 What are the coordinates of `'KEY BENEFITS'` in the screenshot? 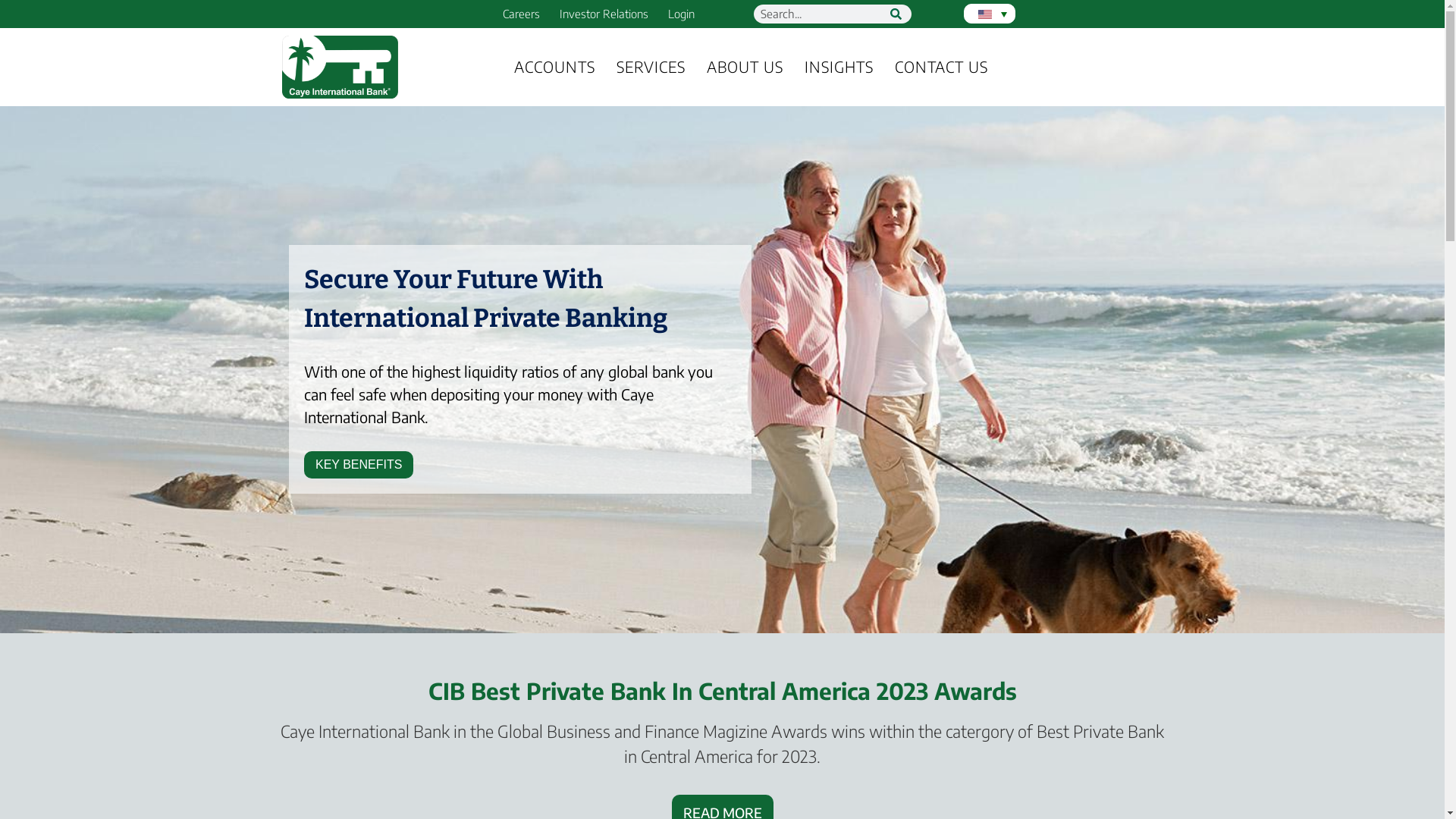 It's located at (358, 464).